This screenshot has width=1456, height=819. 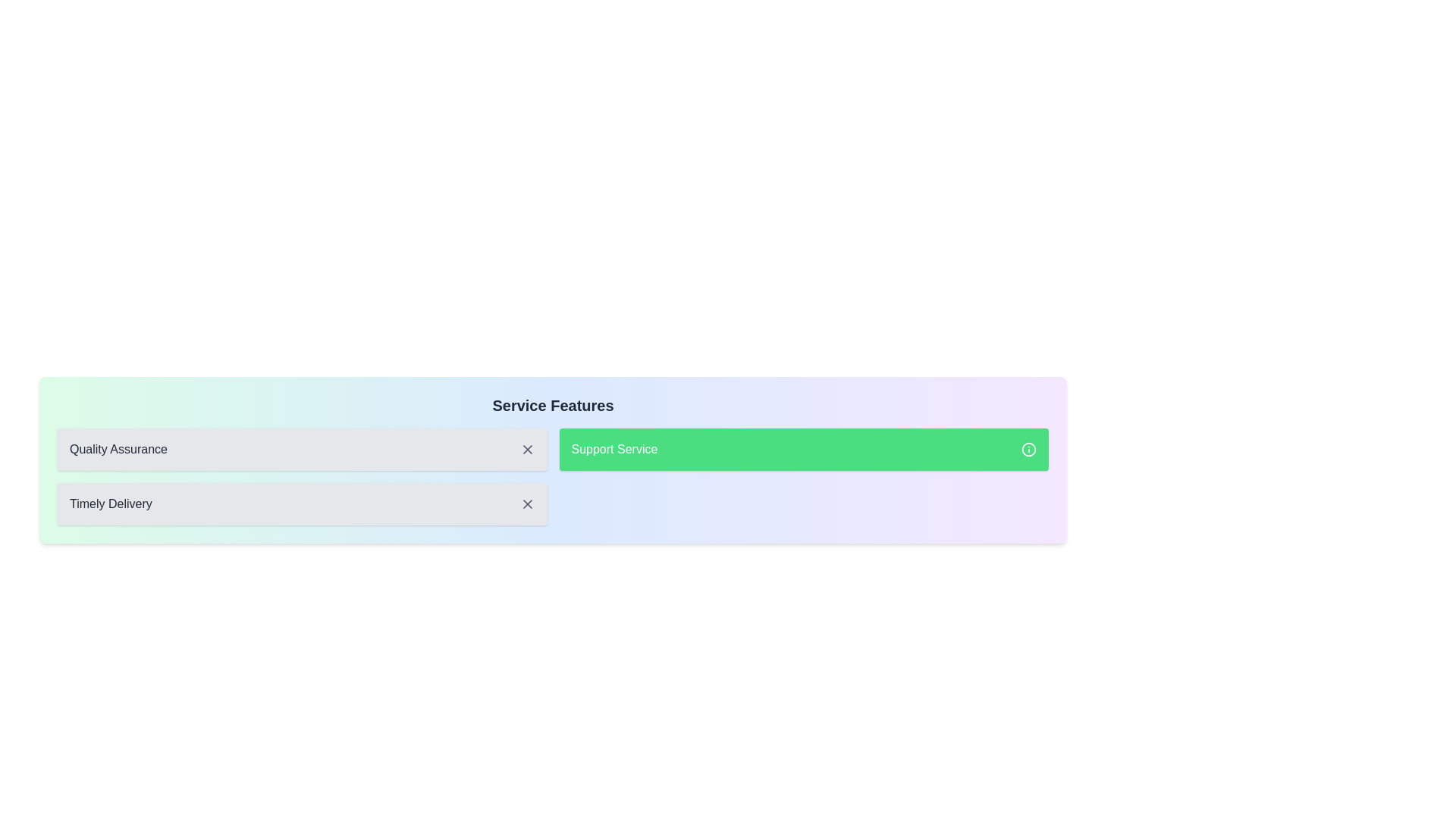 I want to click on the item labeled Quality Assurance, so click(x=302, y=449).